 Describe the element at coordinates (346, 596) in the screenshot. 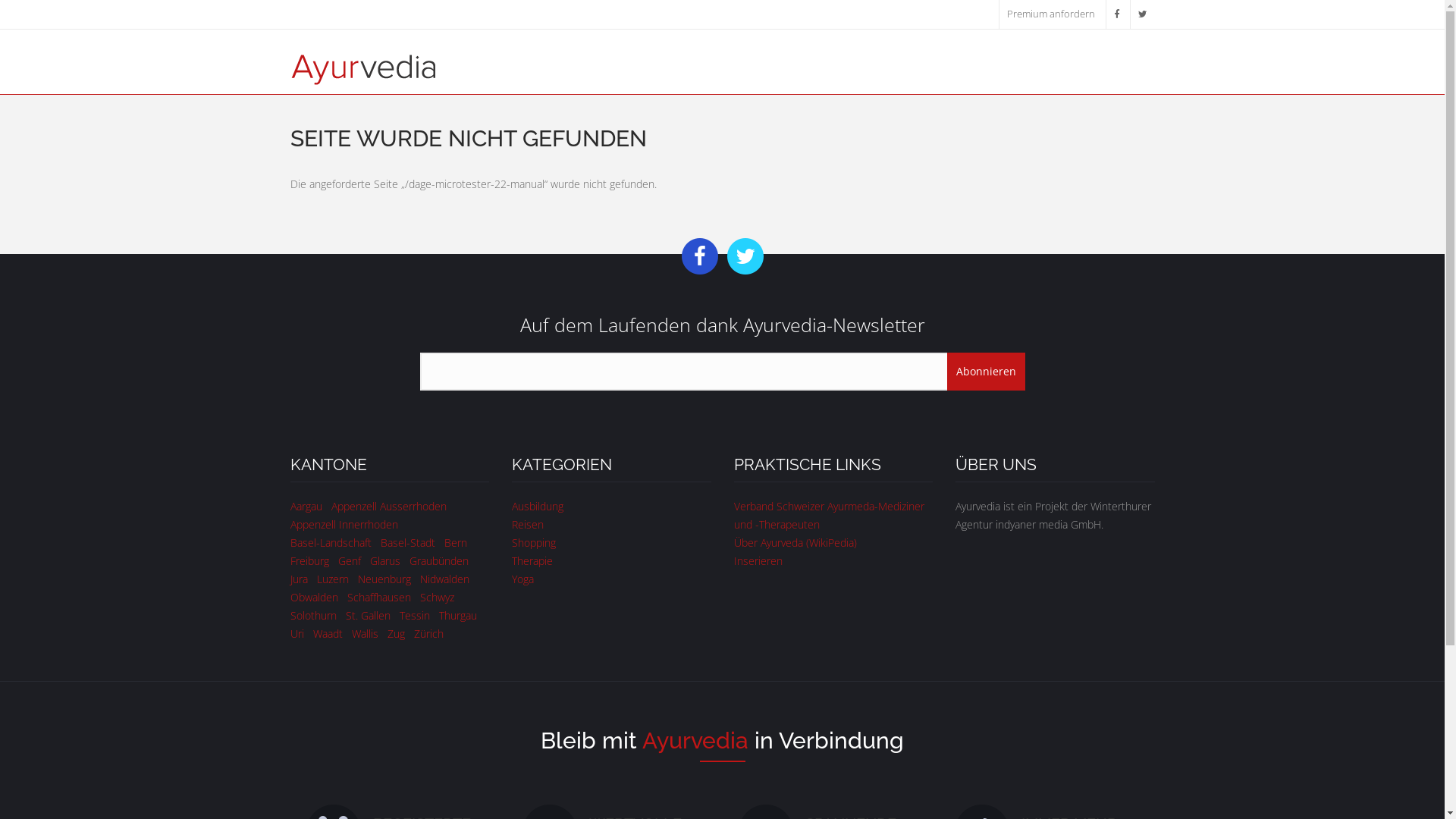

I see `'Schaffhausen'` at that location.